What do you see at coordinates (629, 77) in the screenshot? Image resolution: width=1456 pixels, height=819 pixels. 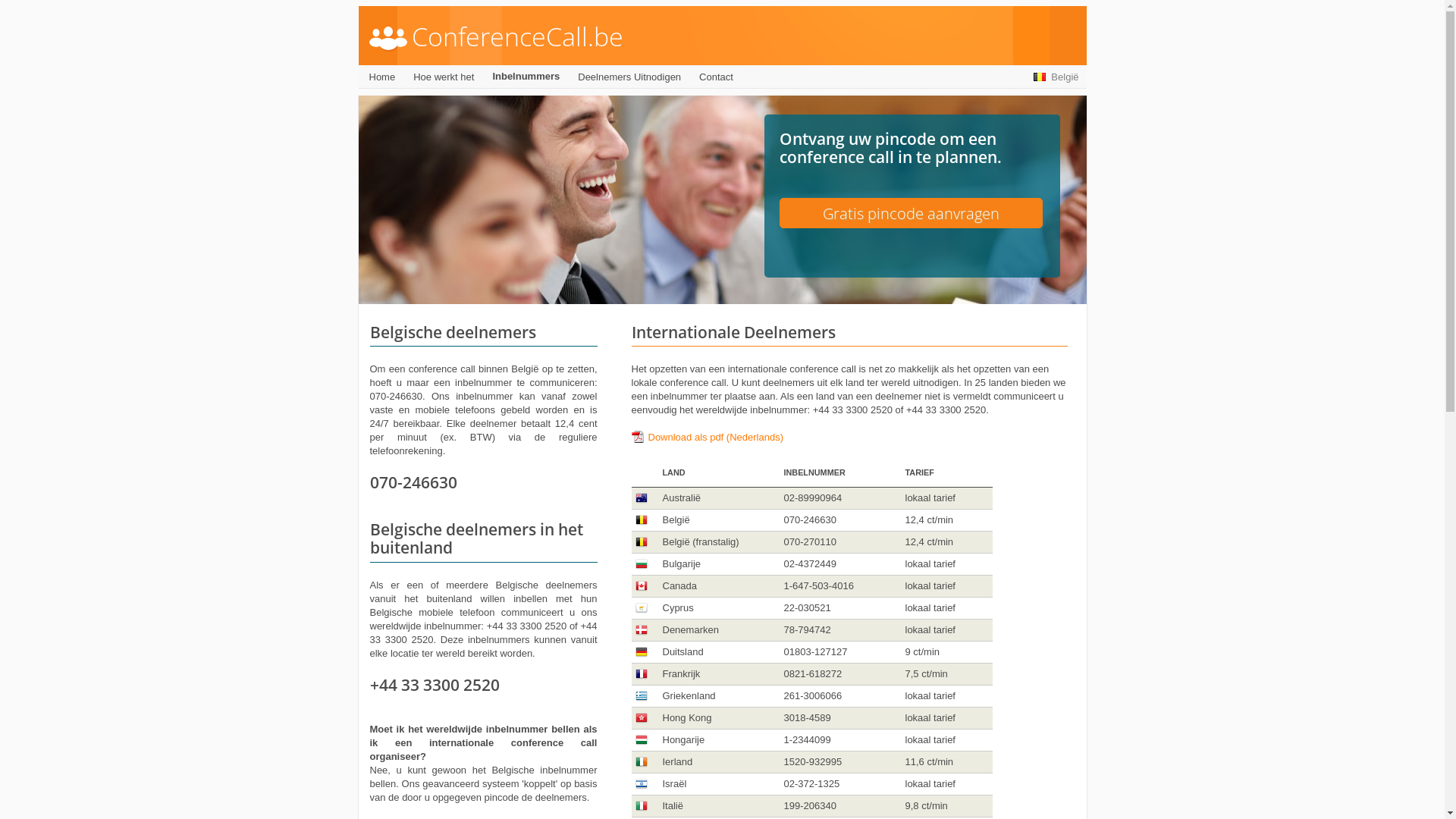 I see `'Deelnemers Uitnodigen'` at bounding box center [629, 77].